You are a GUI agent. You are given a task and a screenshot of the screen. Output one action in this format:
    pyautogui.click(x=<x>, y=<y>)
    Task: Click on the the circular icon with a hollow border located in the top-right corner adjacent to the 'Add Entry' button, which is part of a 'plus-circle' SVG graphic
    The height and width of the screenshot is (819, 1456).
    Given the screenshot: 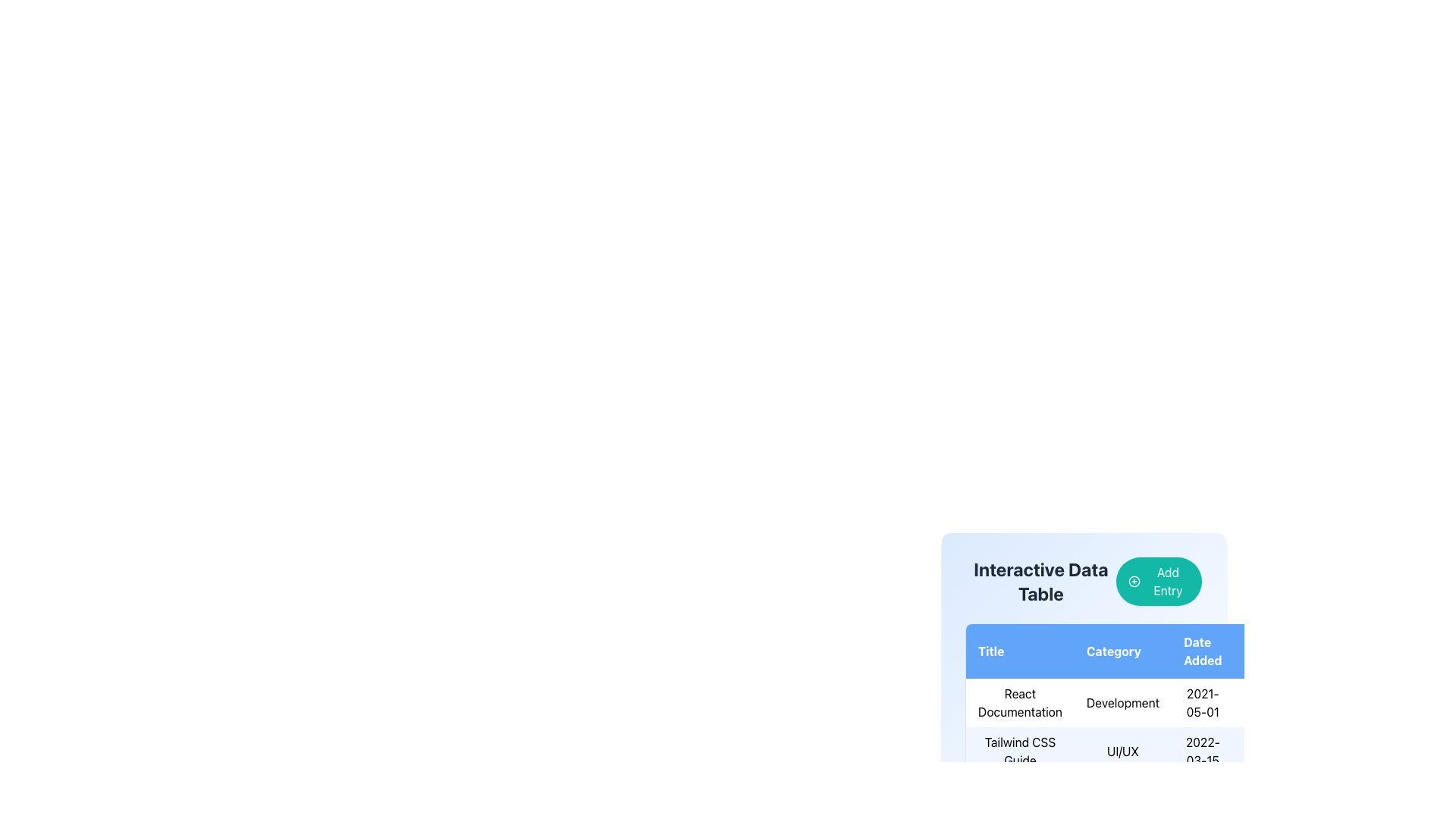 What is the action you would take?
    pyautogui.click(x=1134, y=581)
    